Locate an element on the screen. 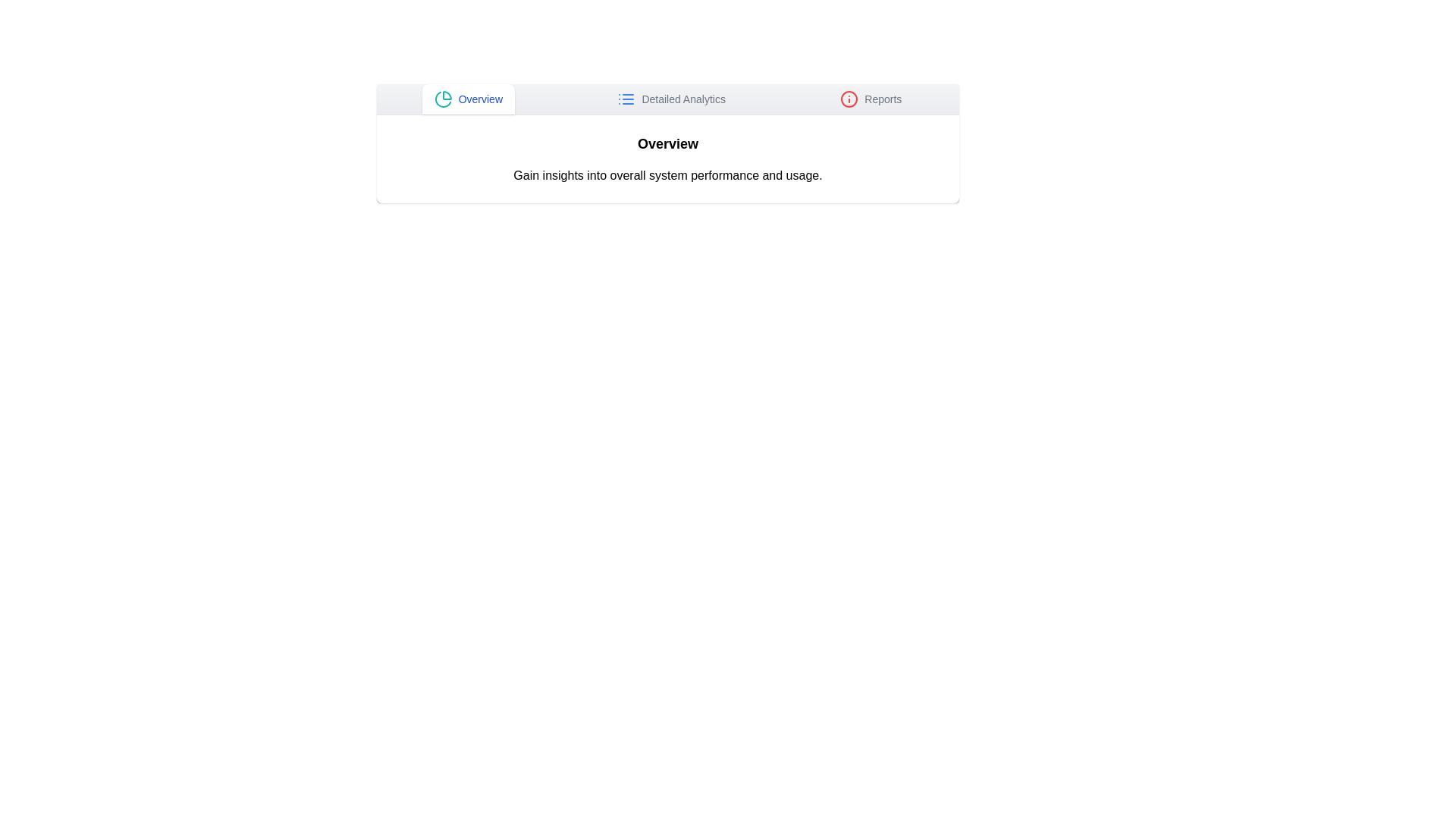 Image resolution: width=1456 pixels, height=819 pixels. the tab labeled Detailed Analytics is located at coordinates (670, 99).